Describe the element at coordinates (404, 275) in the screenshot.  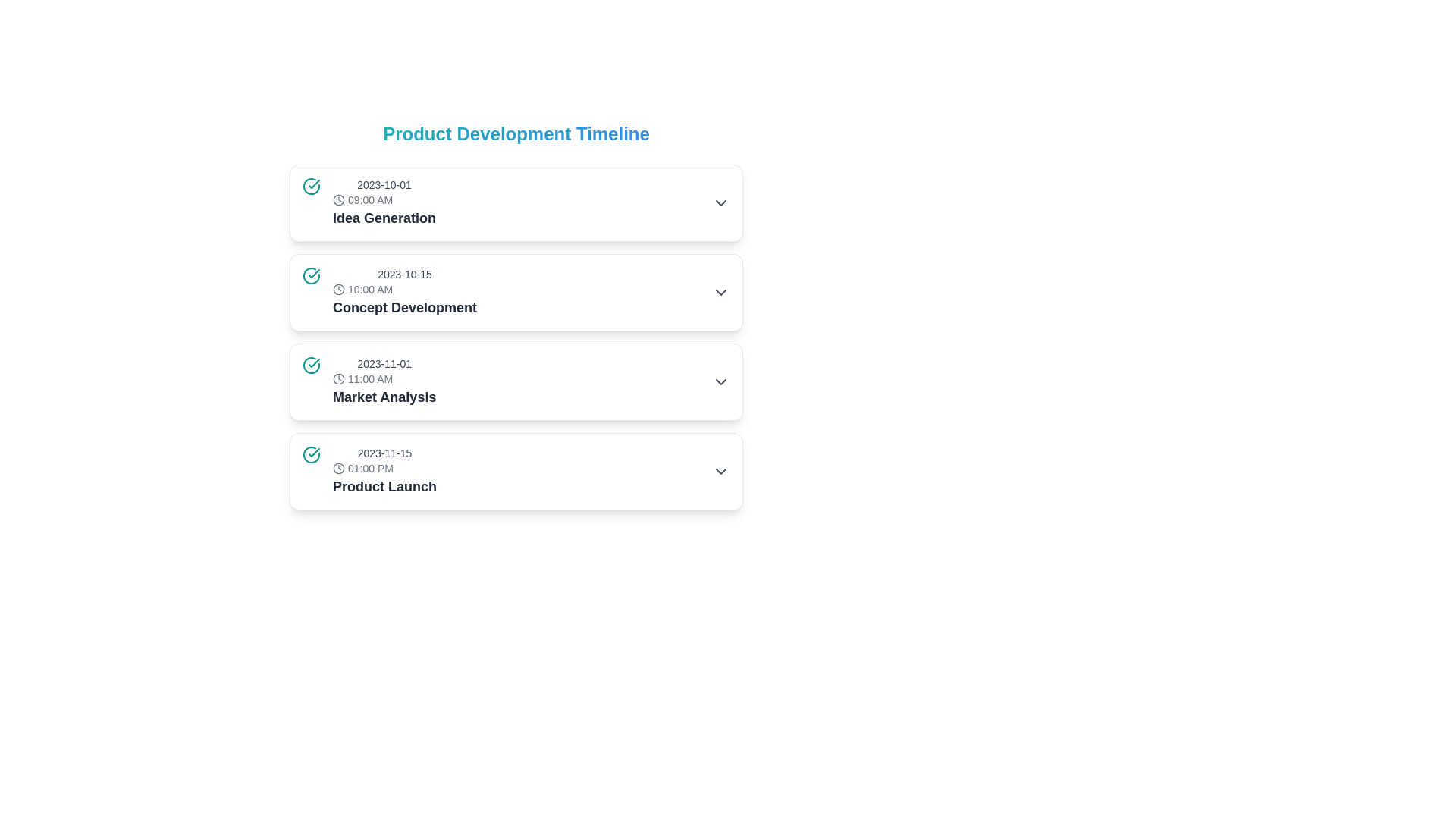
I see `the Text label that communicates the date associated with the 'Concept Development' event, located above the '10:00 AM' time entry and to the left of the circular clock icon` at that location.